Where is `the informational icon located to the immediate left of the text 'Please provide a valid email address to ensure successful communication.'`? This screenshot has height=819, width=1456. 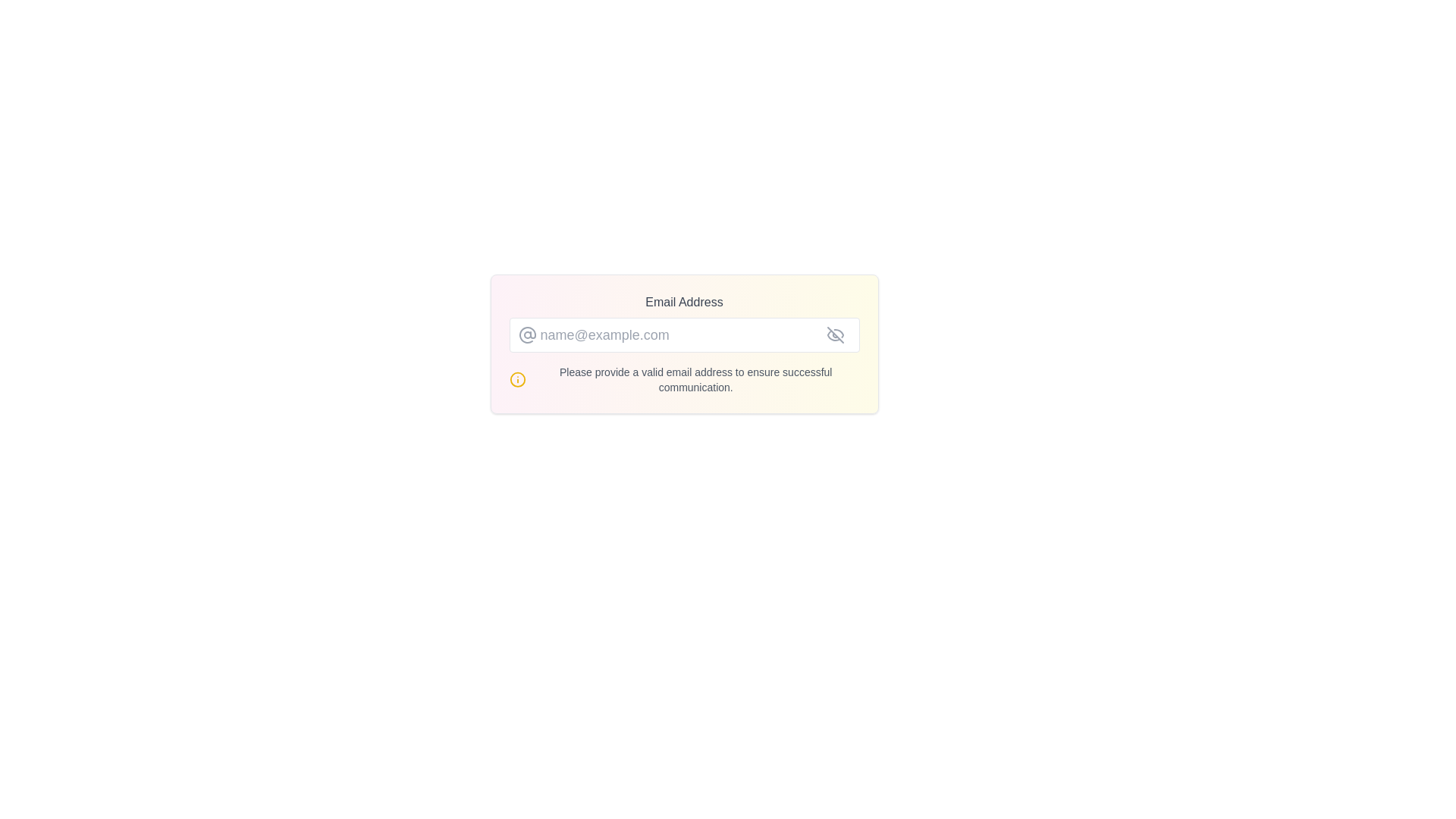
the informational icon located to the immediate left of the text 'Please provide a valid email address to ensure successful communication.' is located at coordinates (517, 379).